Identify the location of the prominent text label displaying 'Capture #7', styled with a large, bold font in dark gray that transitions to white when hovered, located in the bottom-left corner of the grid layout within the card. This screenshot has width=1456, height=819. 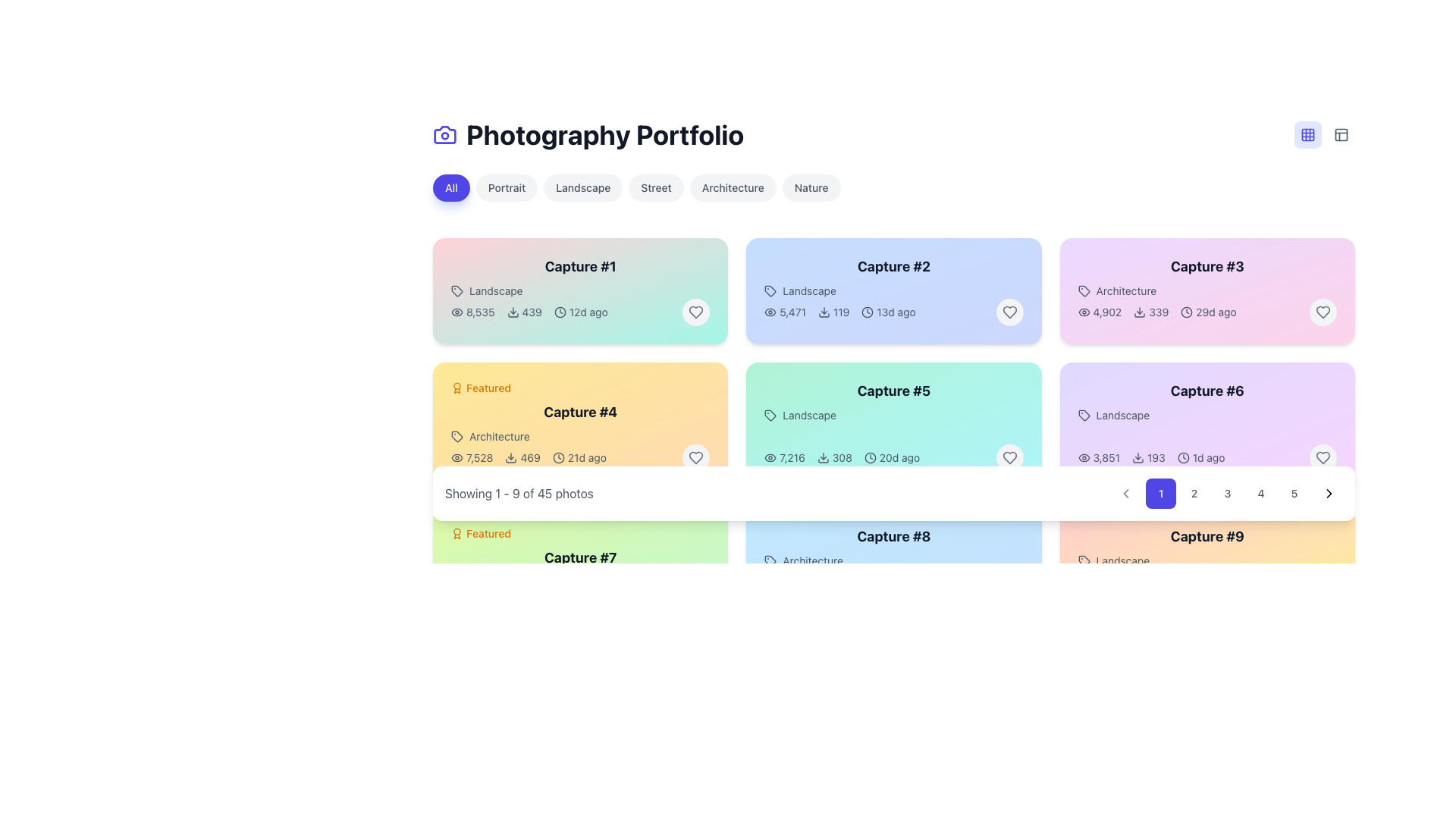
(579, 558).